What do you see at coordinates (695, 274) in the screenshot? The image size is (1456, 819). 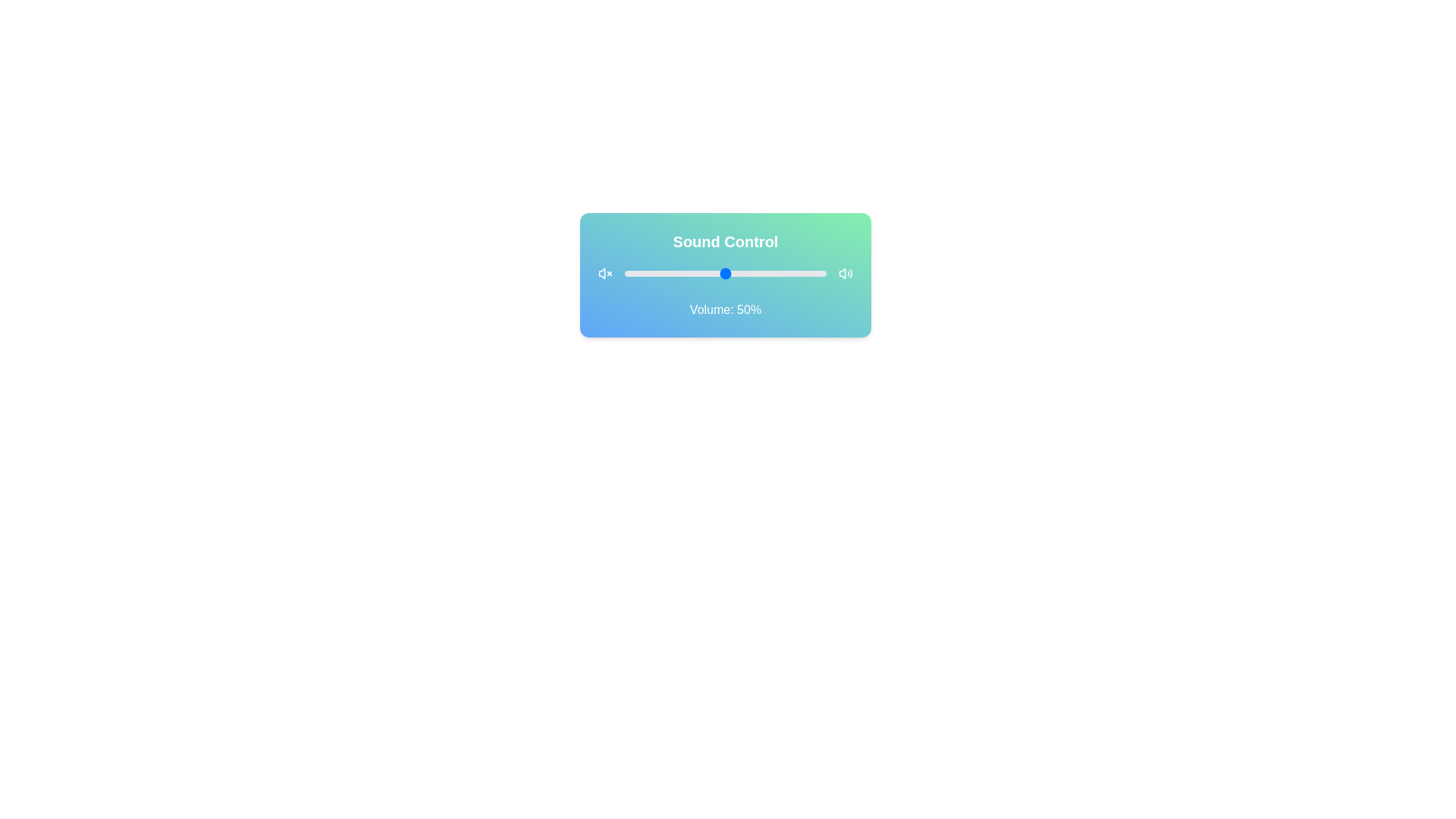 I see `the volume slider` at bounding box center [695, 274].